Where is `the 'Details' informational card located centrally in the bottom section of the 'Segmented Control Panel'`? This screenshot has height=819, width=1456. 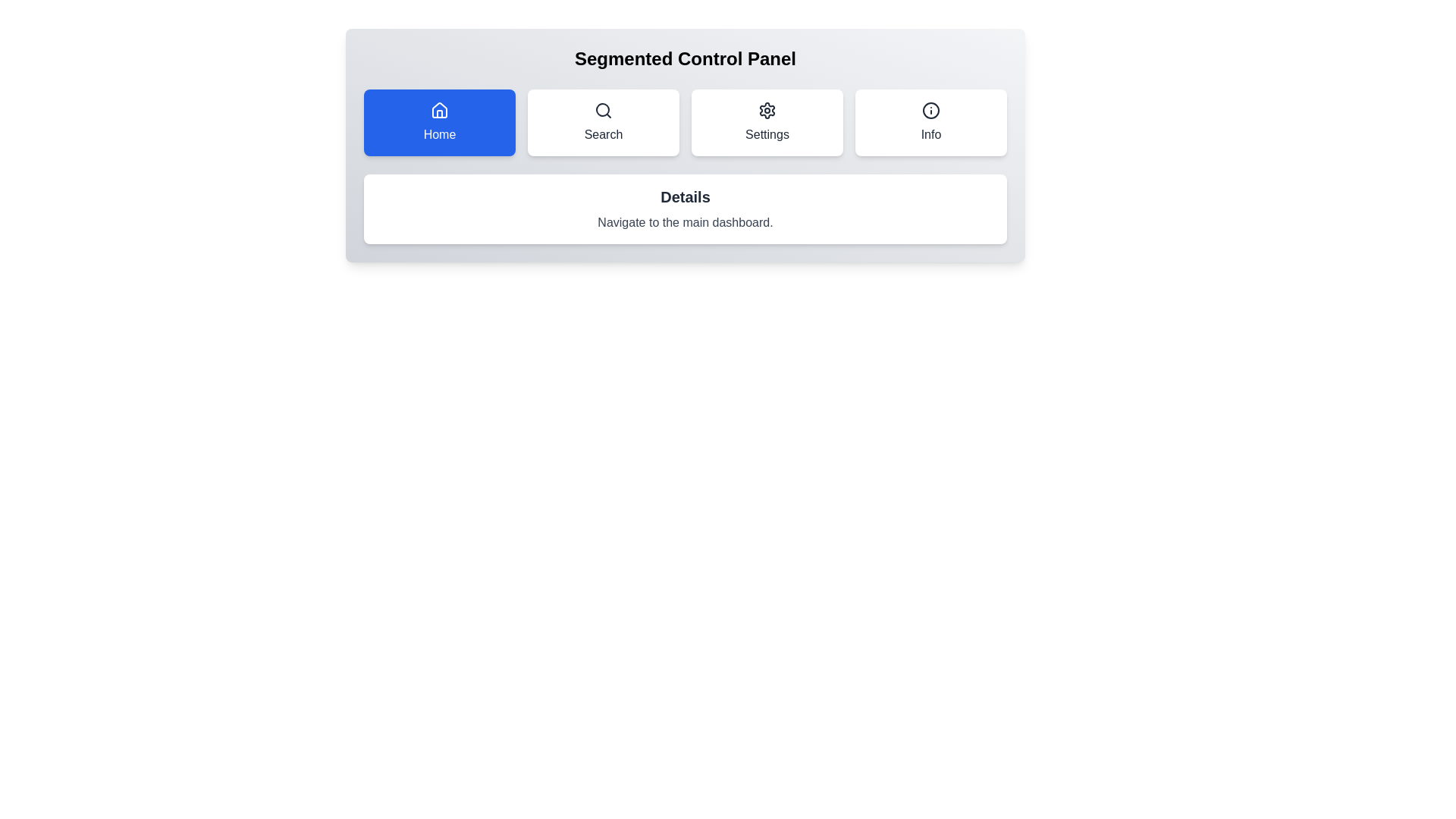
the 'Details' informational card located centrally in the bottom section of the 'Segmented Control Panel' is located at coordinates (684, 209).